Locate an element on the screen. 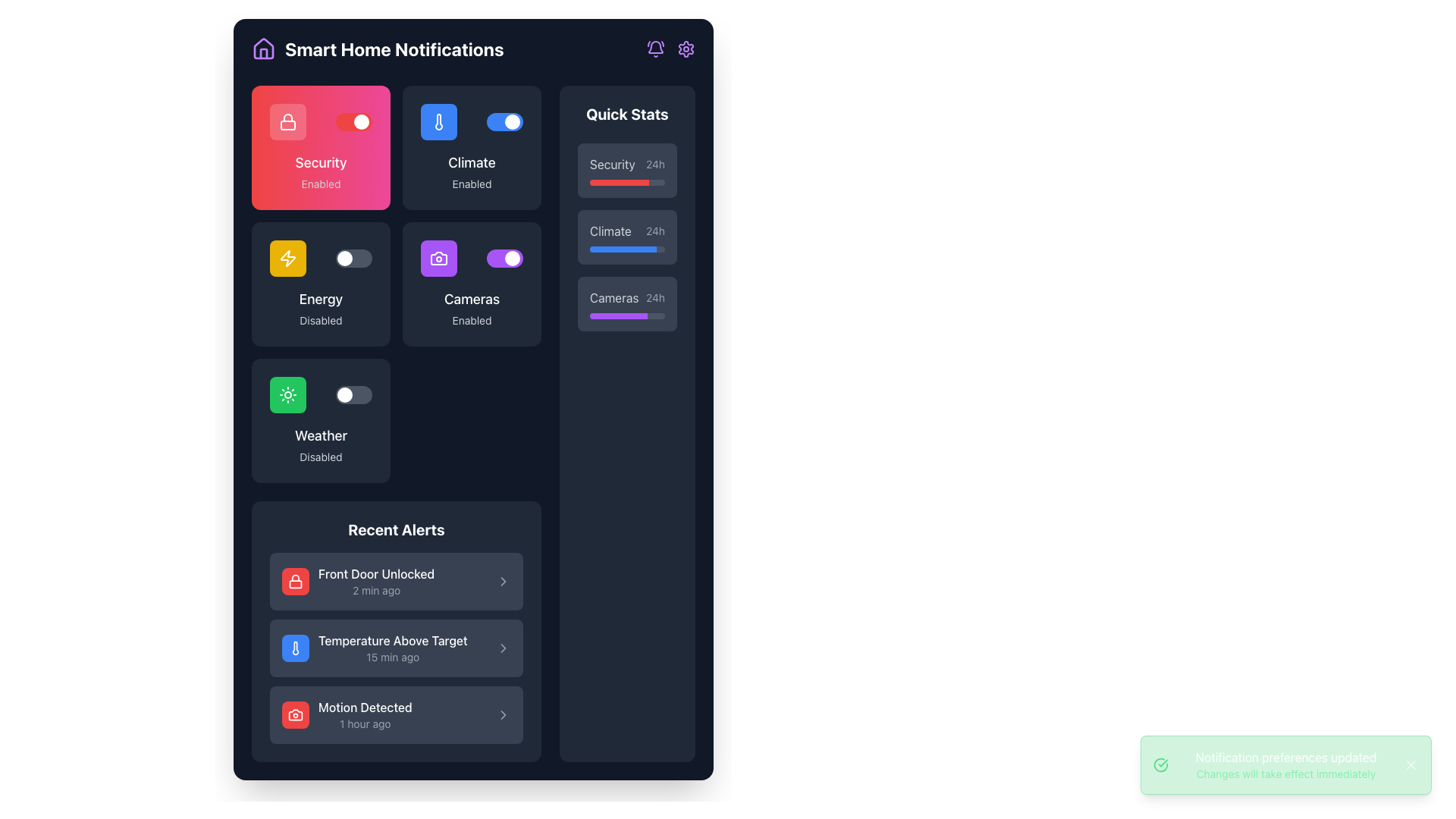 Image resolution: width=1456 pixels, height=819 pixels. the success icon located in the bottom-right corner of the interface is located at coordinates (1160, 765).